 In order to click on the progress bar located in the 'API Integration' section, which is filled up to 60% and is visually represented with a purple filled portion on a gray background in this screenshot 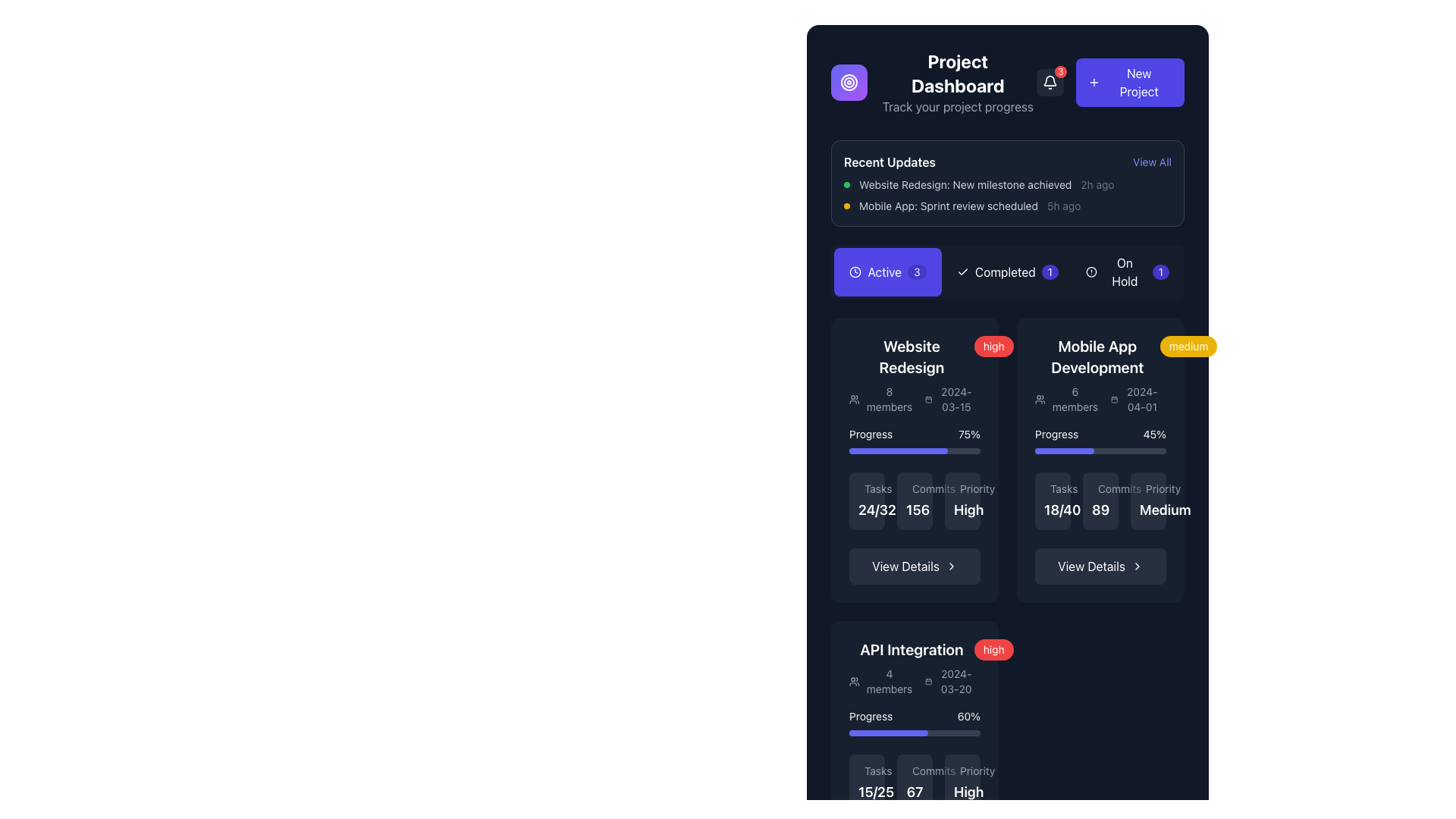, I will do `click(888, 733)`.